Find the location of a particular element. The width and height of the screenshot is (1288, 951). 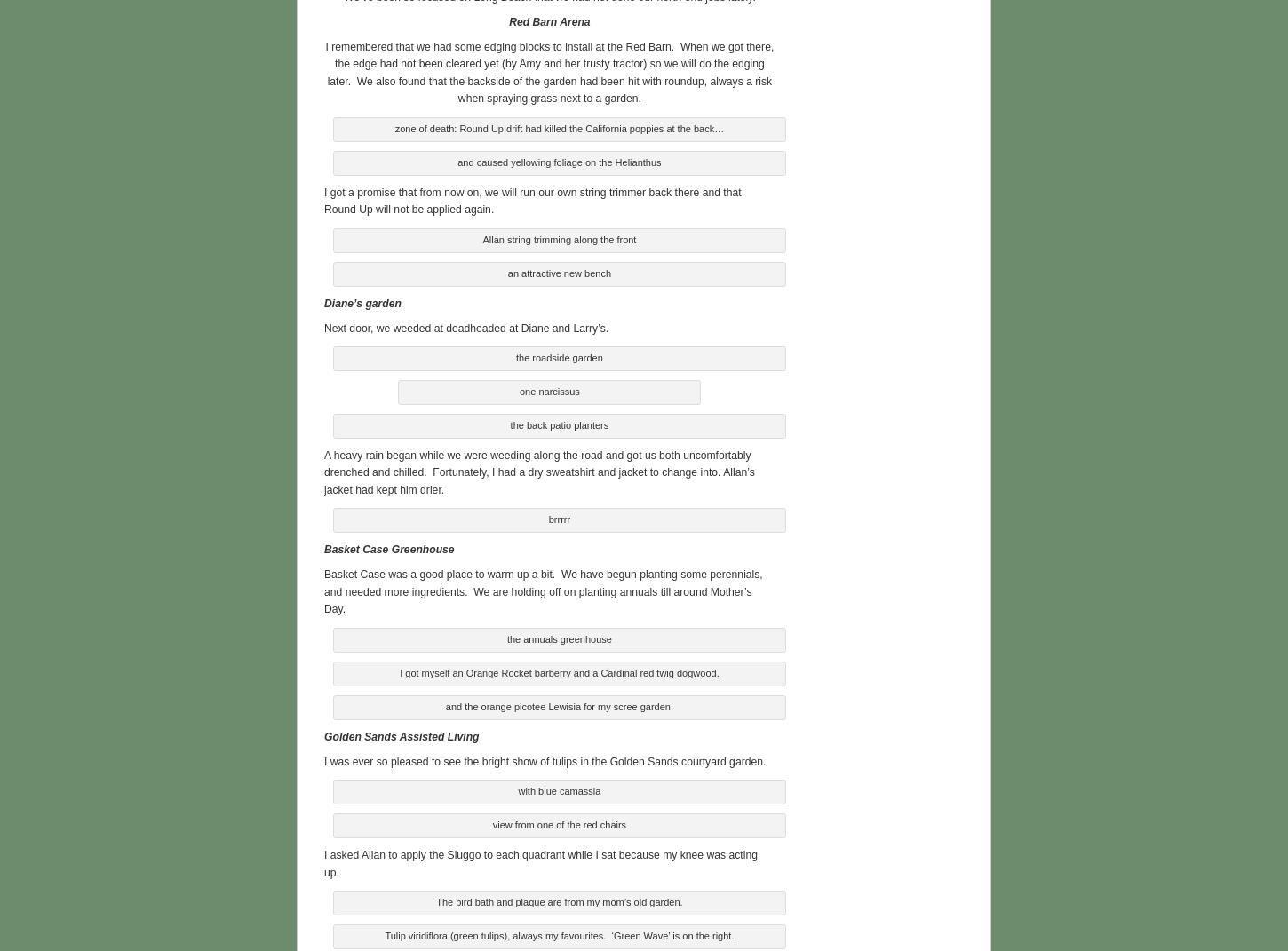

'an attractive new bench' is located at coordinates (558, 271).